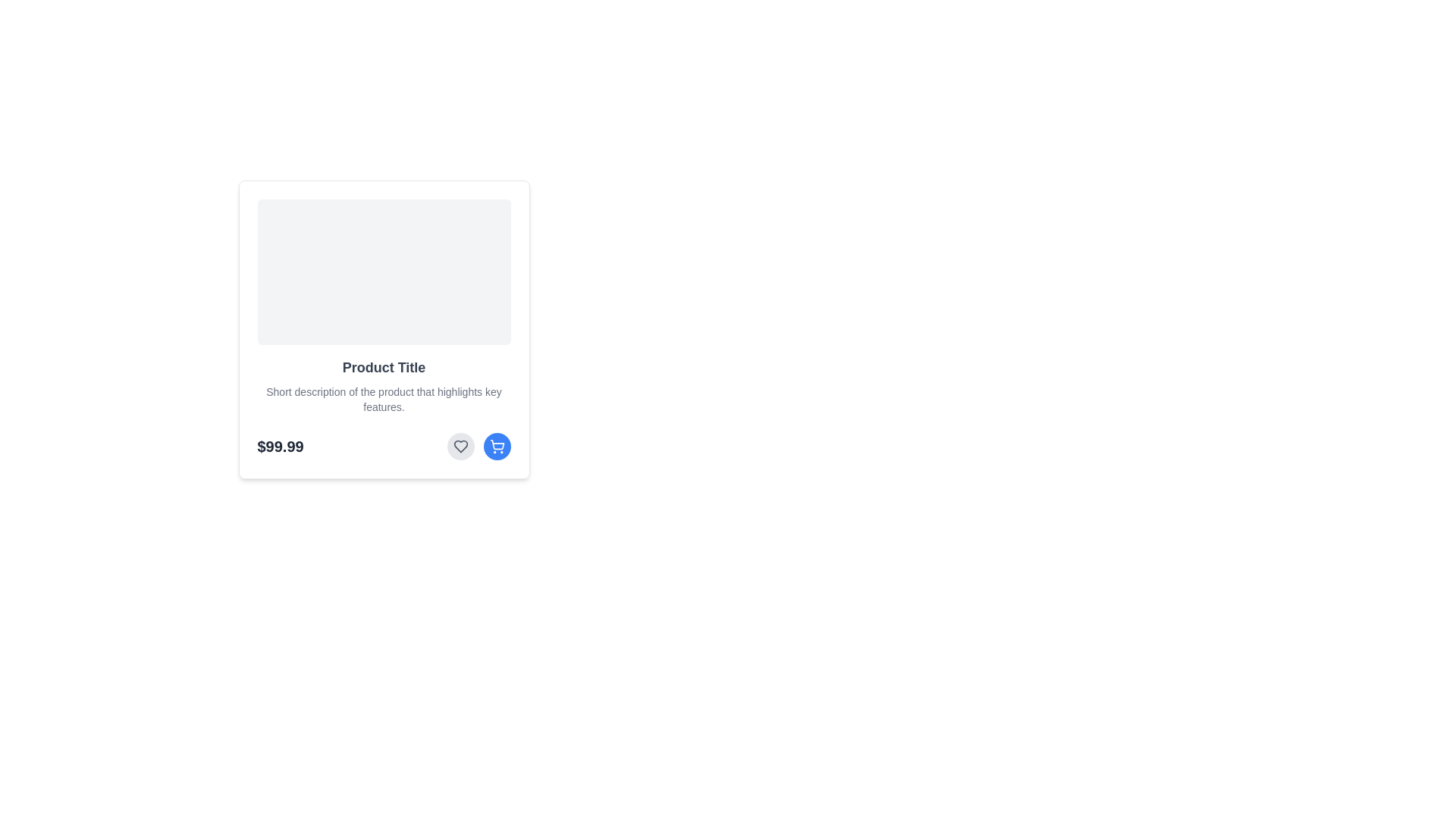 The image size is (1456, 819). I want to click on the dual-button group containing the heart and cart icons, so click(478, 446).